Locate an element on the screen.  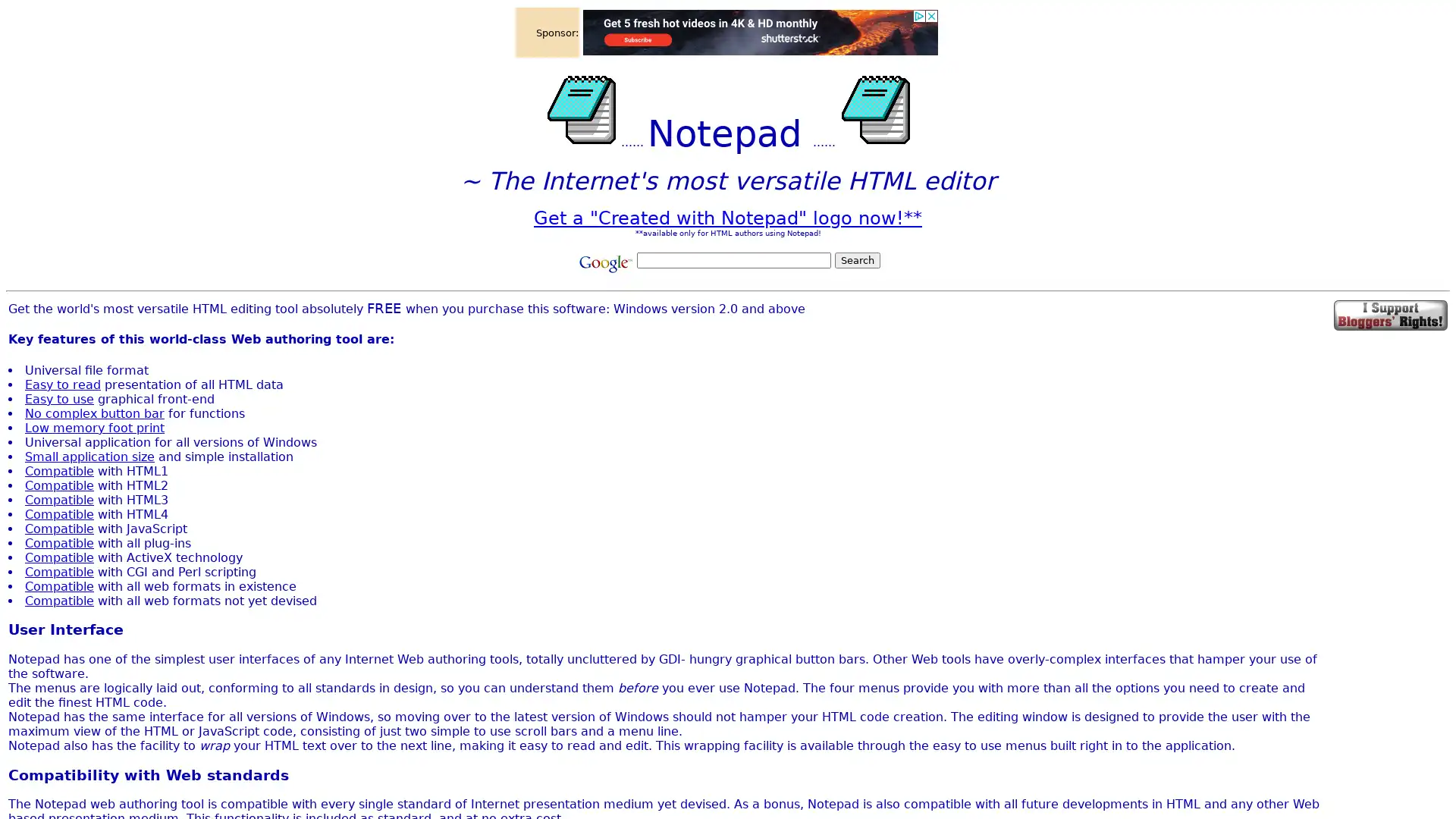
Search is located at coordinates (856, 259).